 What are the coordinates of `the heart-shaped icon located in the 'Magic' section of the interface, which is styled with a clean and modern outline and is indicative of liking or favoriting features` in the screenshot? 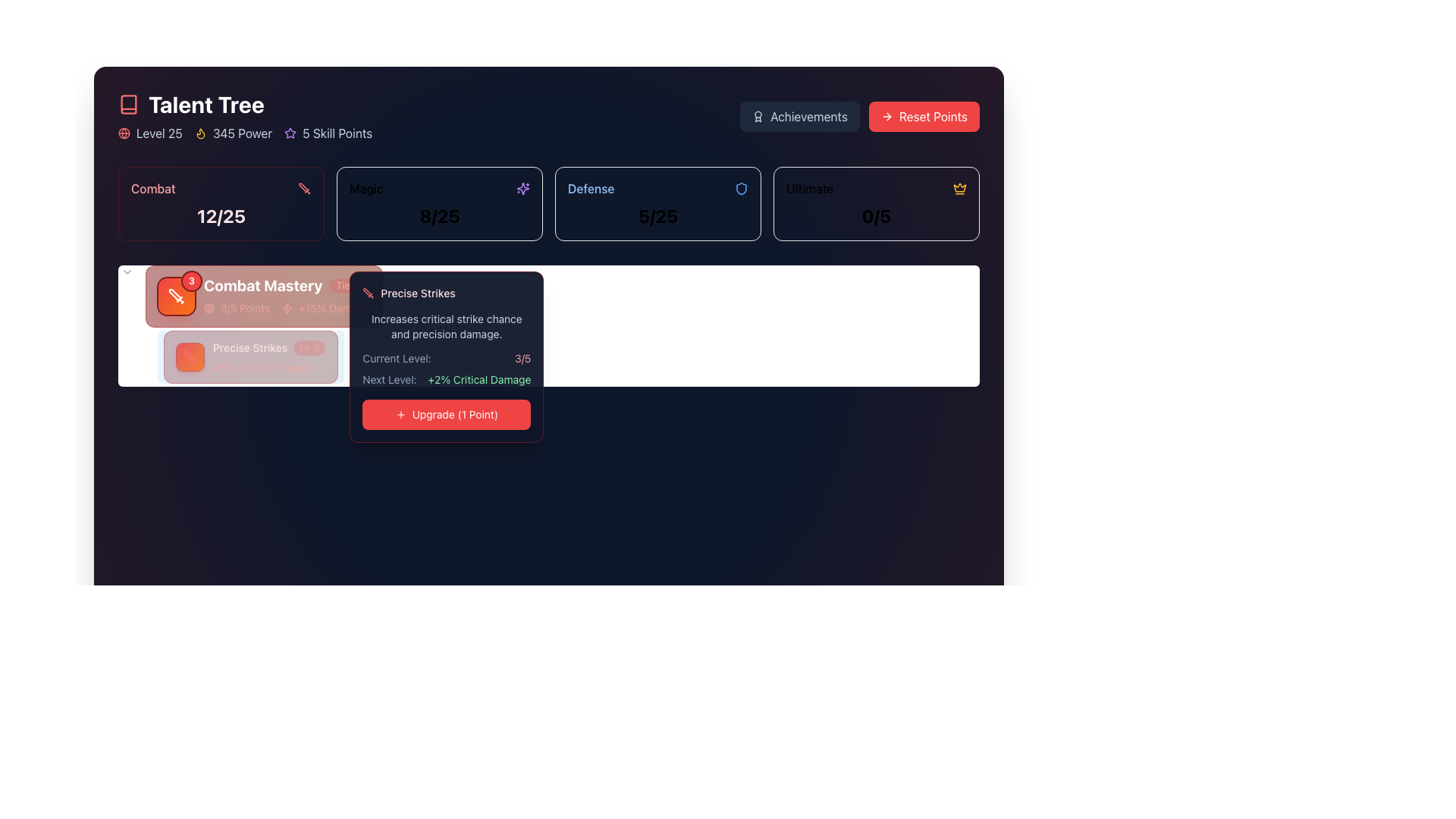 It's located at (488, 242).